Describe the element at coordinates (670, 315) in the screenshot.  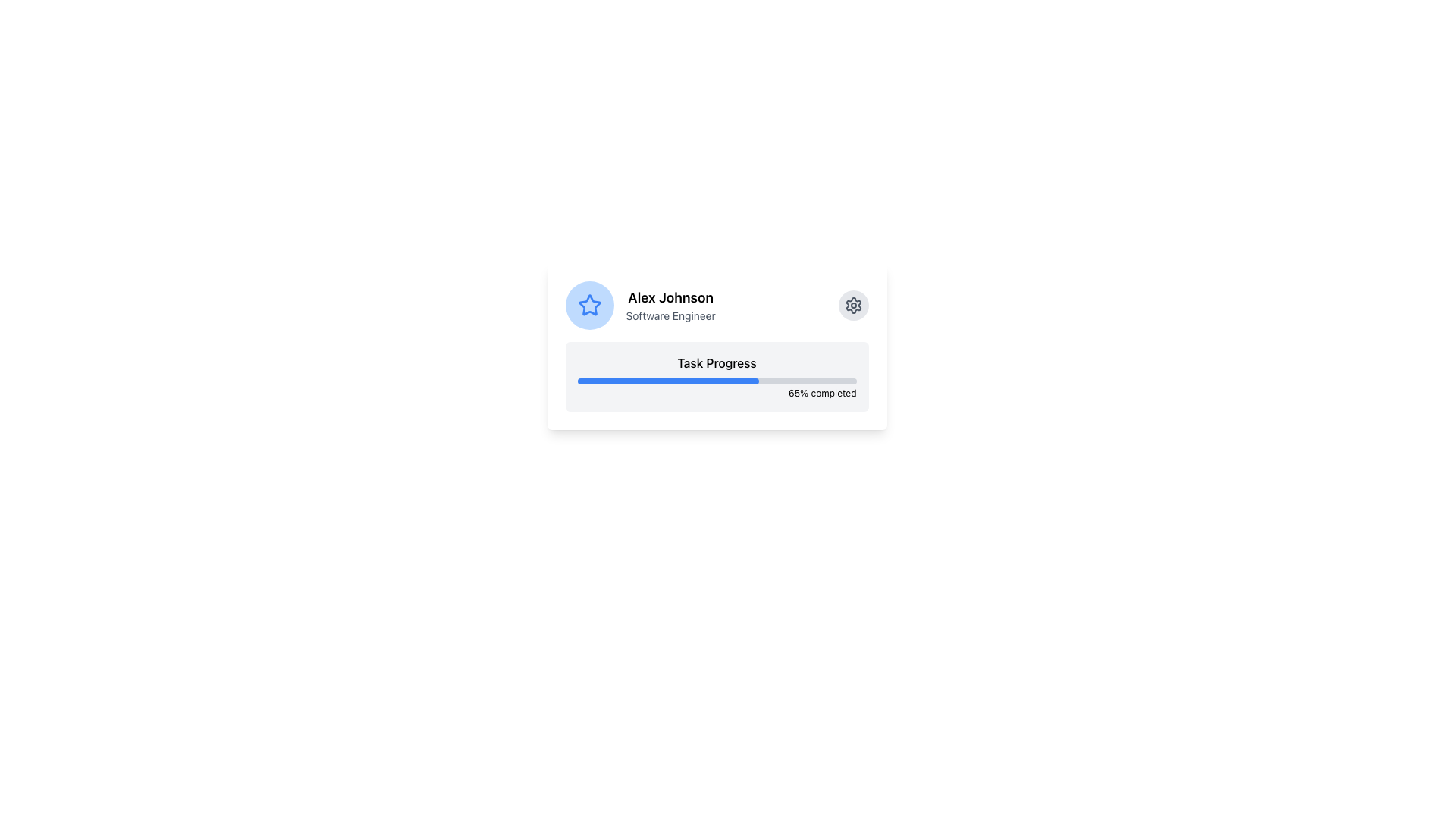
I see `the text label displaying 'Software Engineer' which is styled in a smaller grayish font and positioned below 'Alex Johnson' within the card-like structure` at that location.